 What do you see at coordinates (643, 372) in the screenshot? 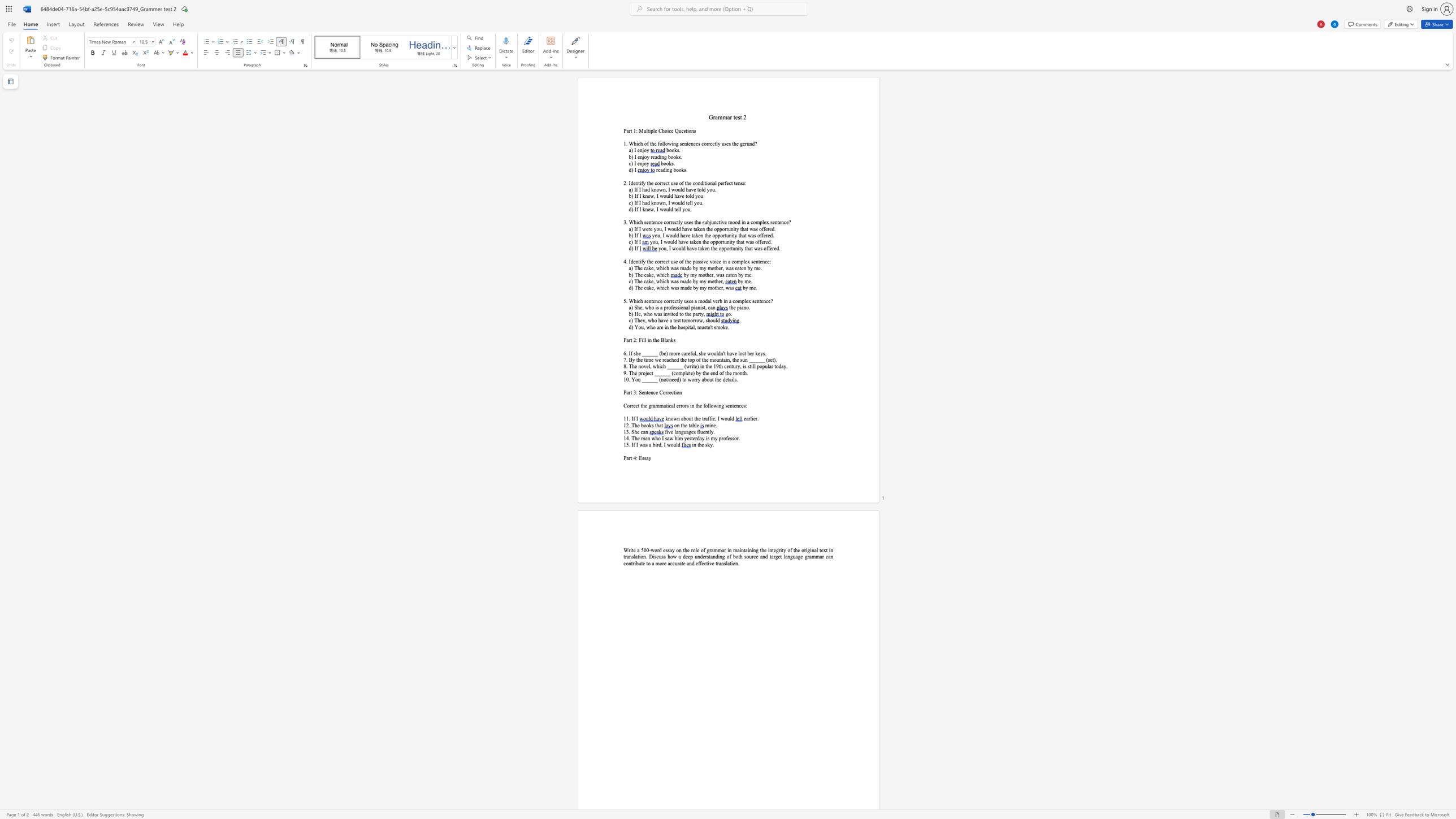
I see `the space between the continuous character "r" and "o" in the text` at bounding box center [643, 372].